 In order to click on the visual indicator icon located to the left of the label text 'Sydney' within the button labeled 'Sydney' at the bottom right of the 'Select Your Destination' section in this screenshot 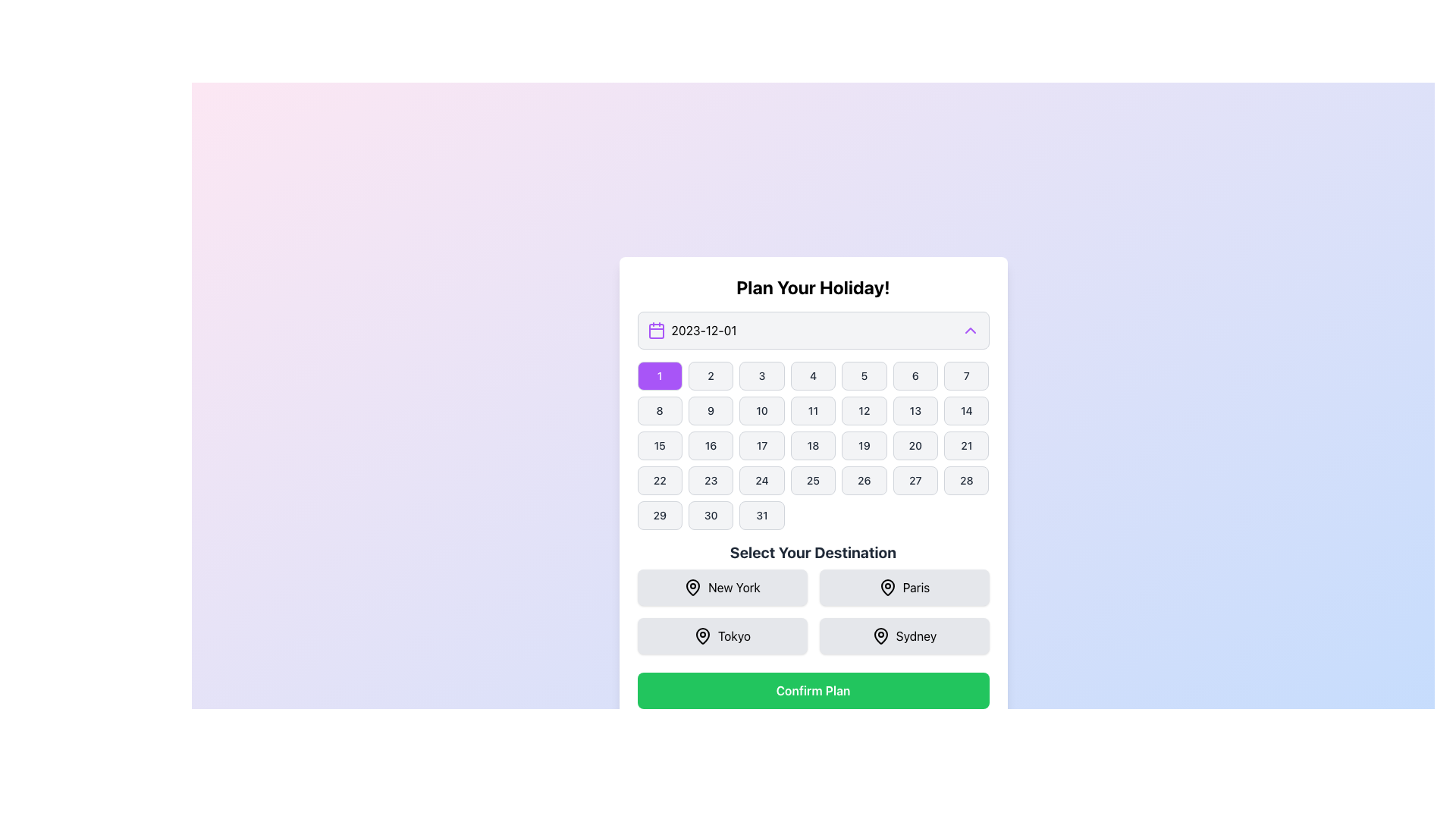, I will do `click(880, 636)`.